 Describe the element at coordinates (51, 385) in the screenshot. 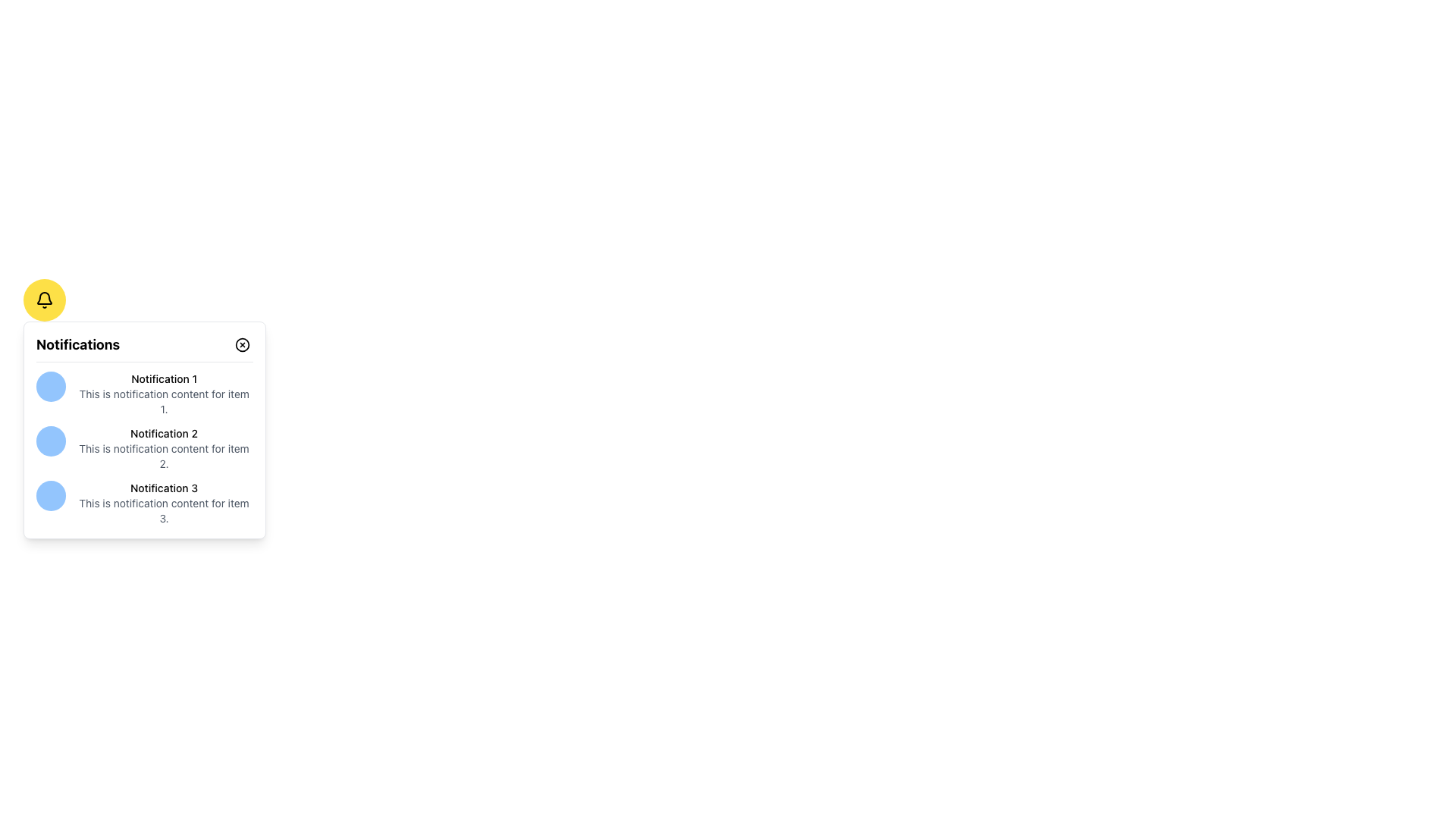

I see `the first circle decorative indicator located to the left of the 'Notification 1' text in the notification dropdown` at that location.